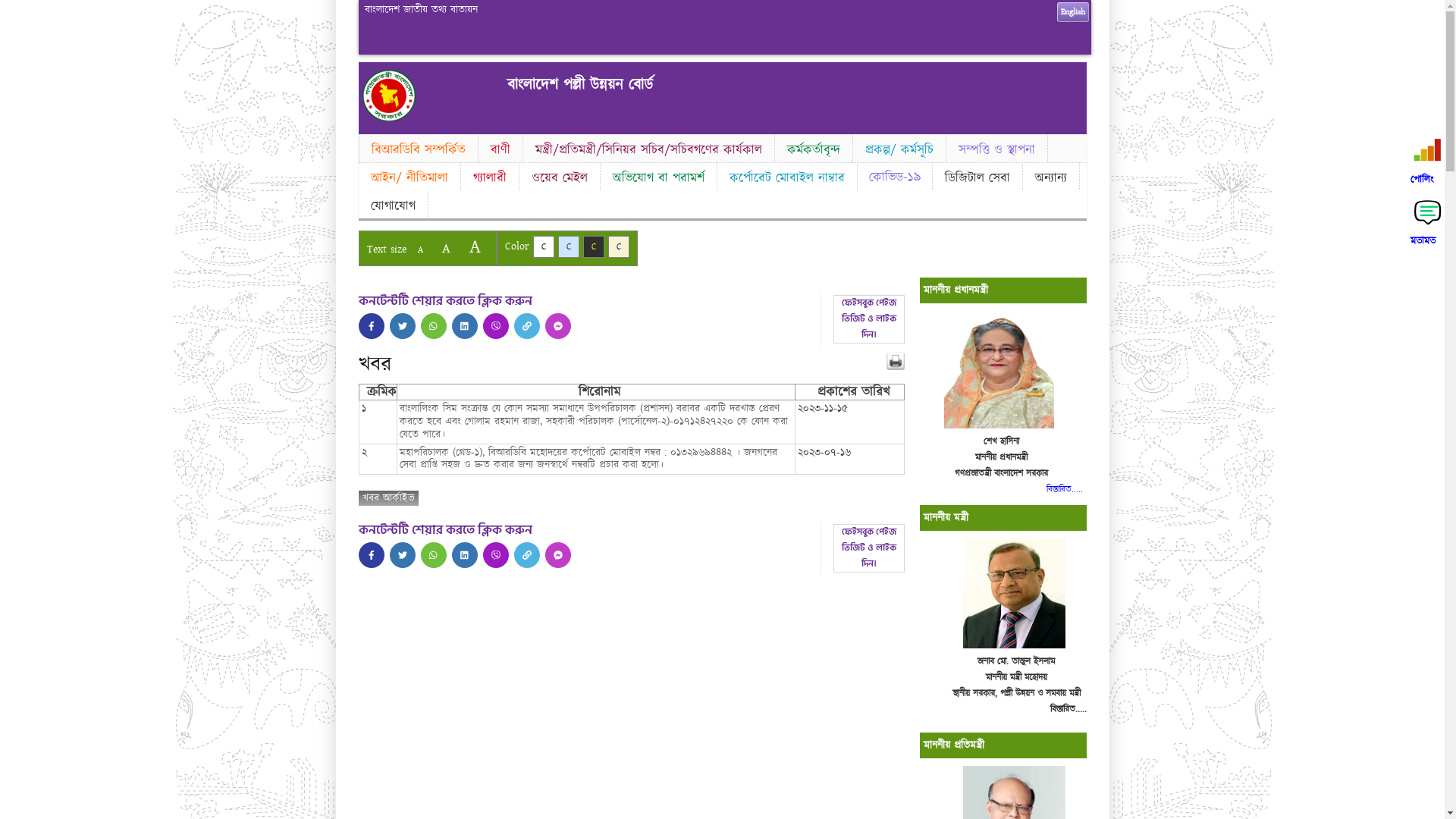 Image resolution: width=1456 pixels, height=819 pixels. What do you see at coordinates (419, 249) in the screenshot?
I see `'A'` at bounding box center [419, 249].